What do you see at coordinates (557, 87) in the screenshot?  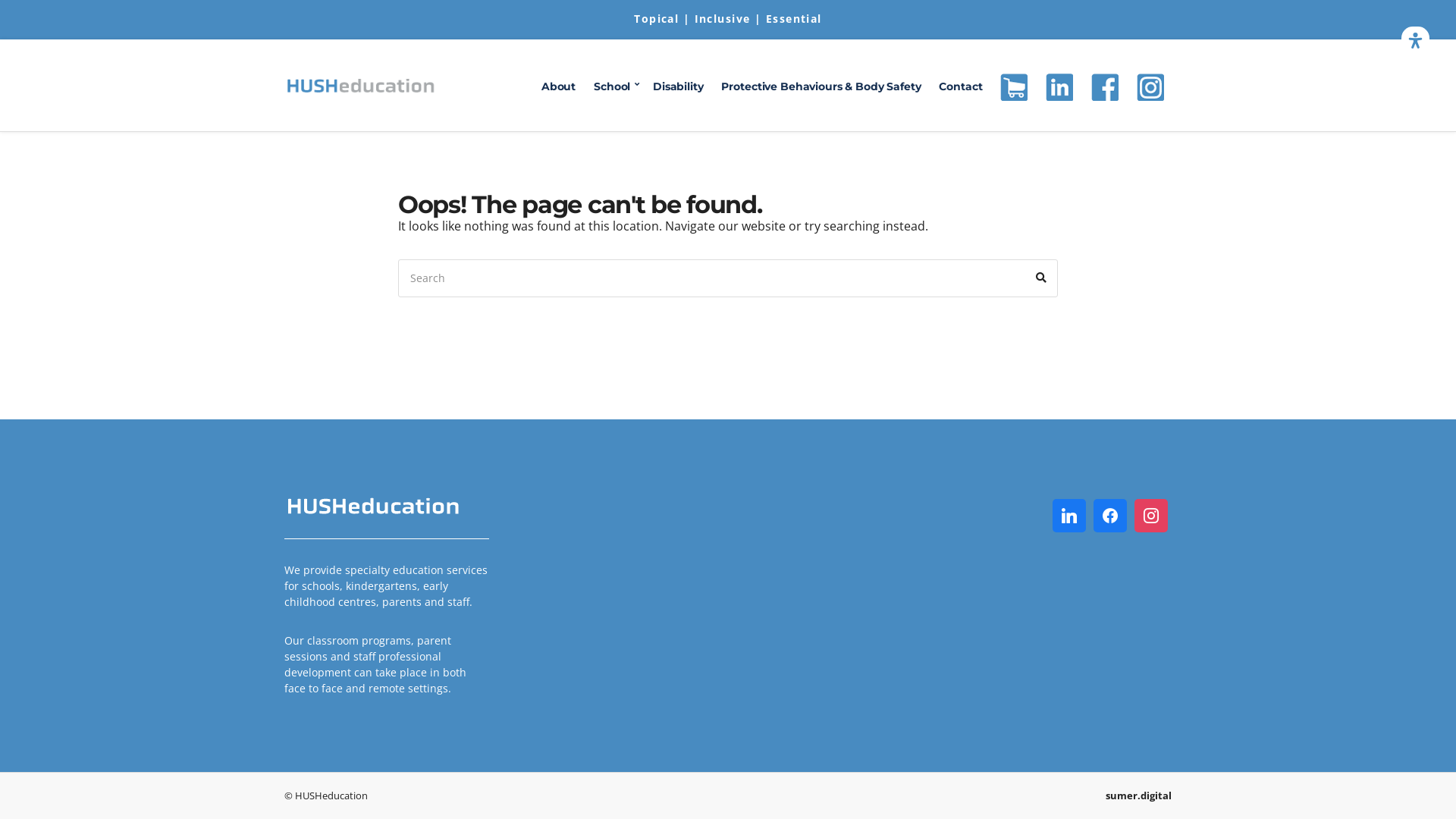 I see `'About'` at bounding box center [557, 87].